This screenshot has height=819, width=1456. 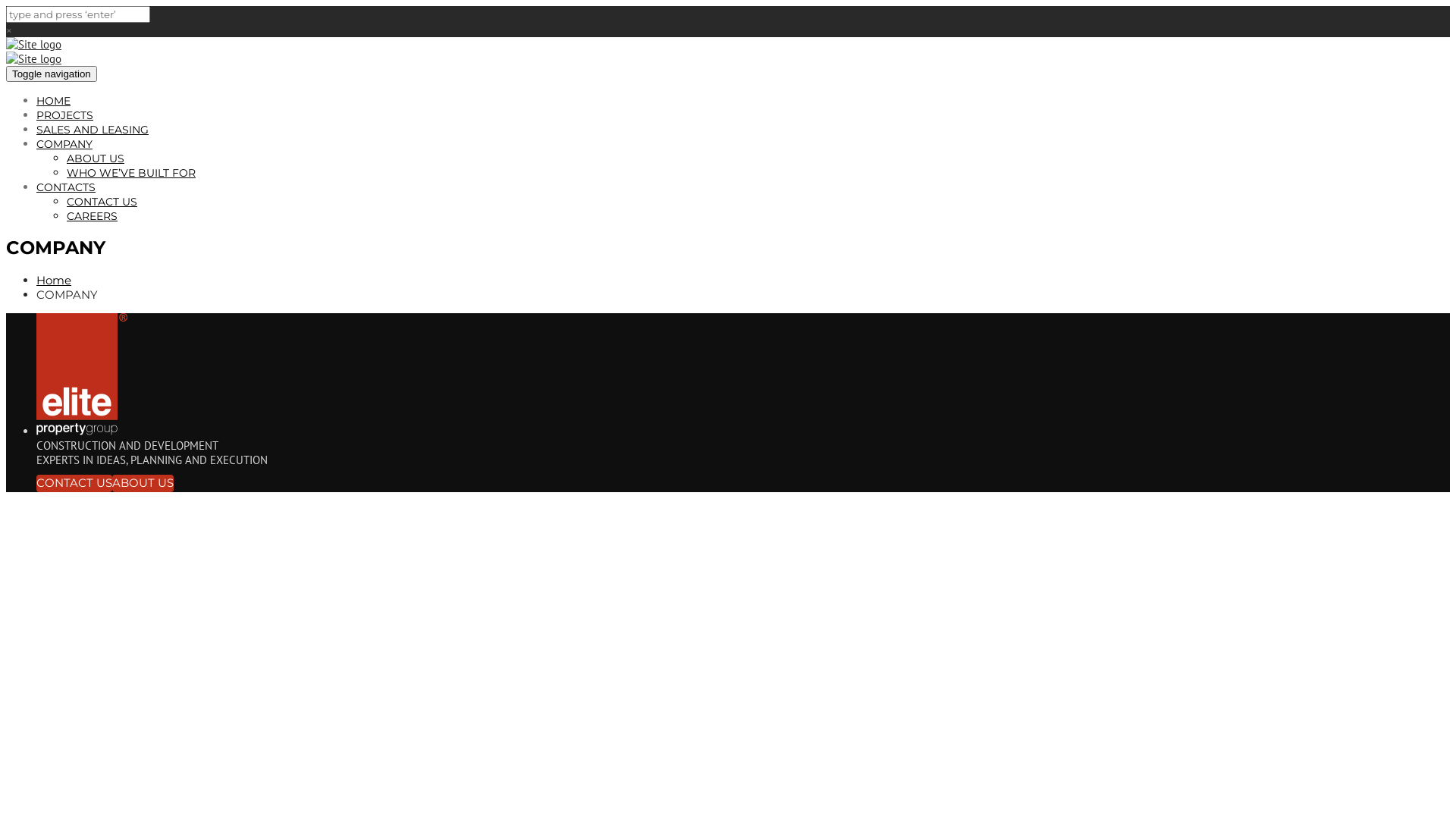 I want to click on 'SALES AND LEASING', so click(x=91, y=128).